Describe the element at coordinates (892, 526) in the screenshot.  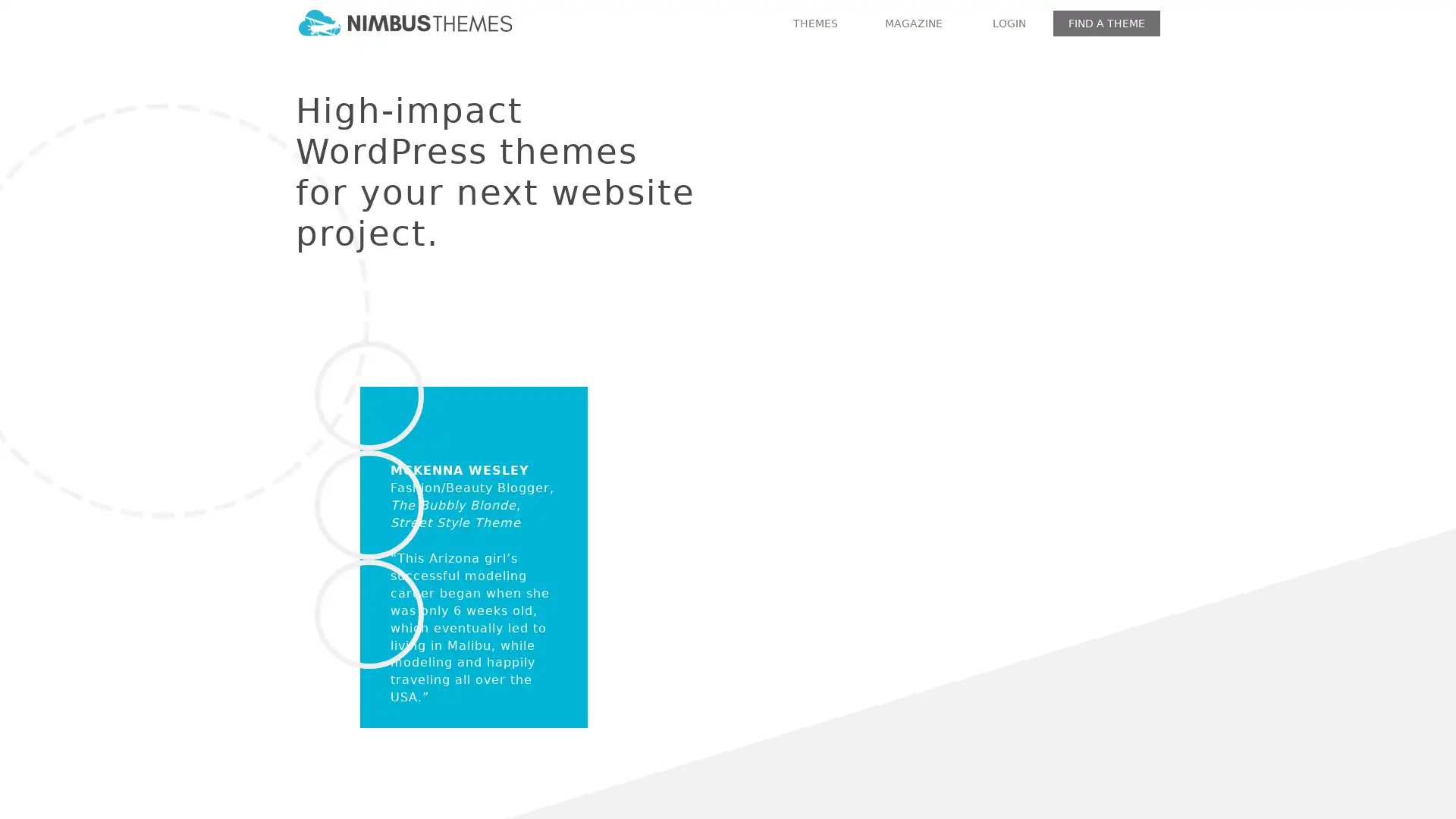
I see `2` at that location.